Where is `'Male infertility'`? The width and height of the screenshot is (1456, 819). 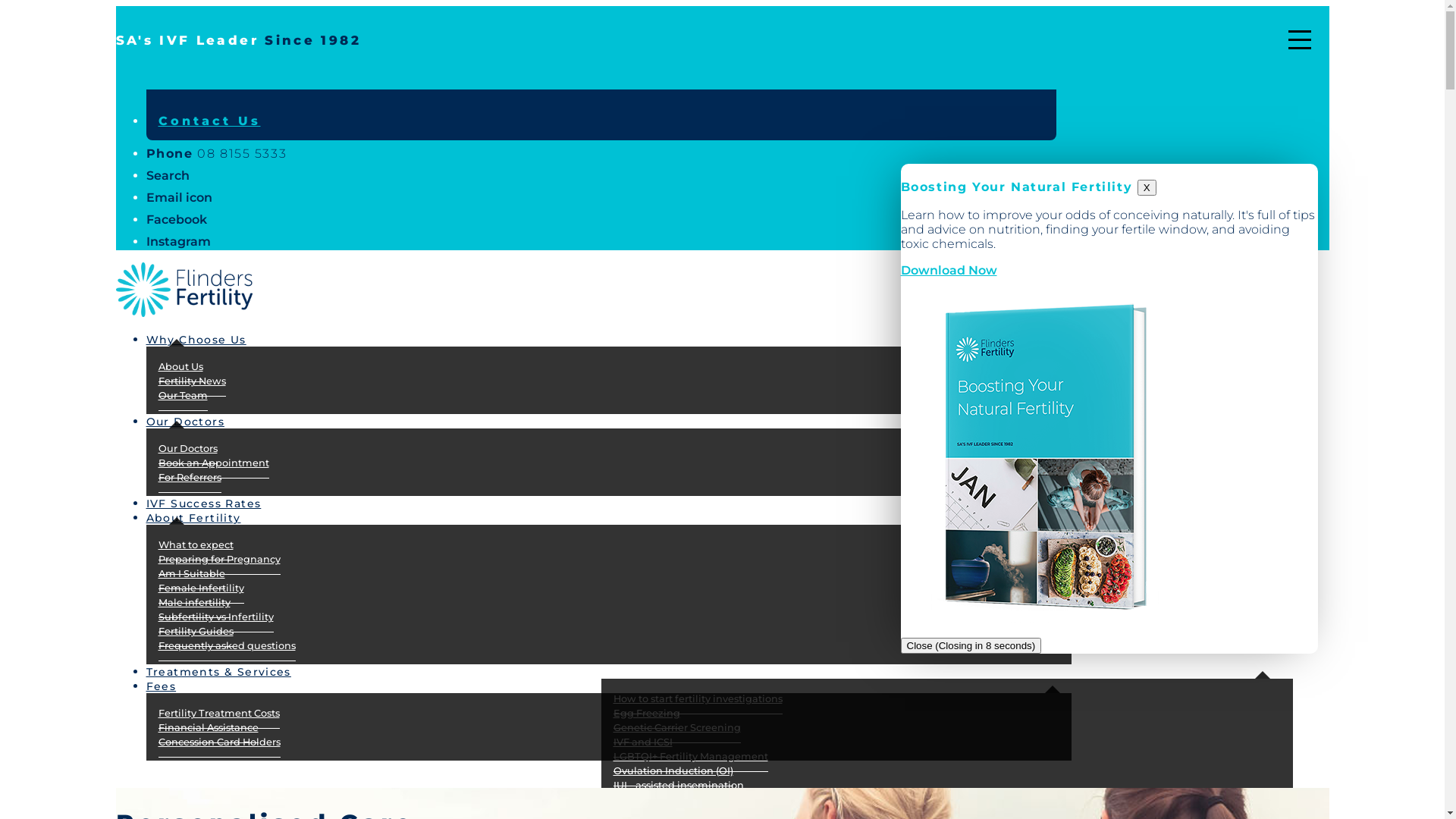 'Male infertility' is located at coordinates (193, 601).